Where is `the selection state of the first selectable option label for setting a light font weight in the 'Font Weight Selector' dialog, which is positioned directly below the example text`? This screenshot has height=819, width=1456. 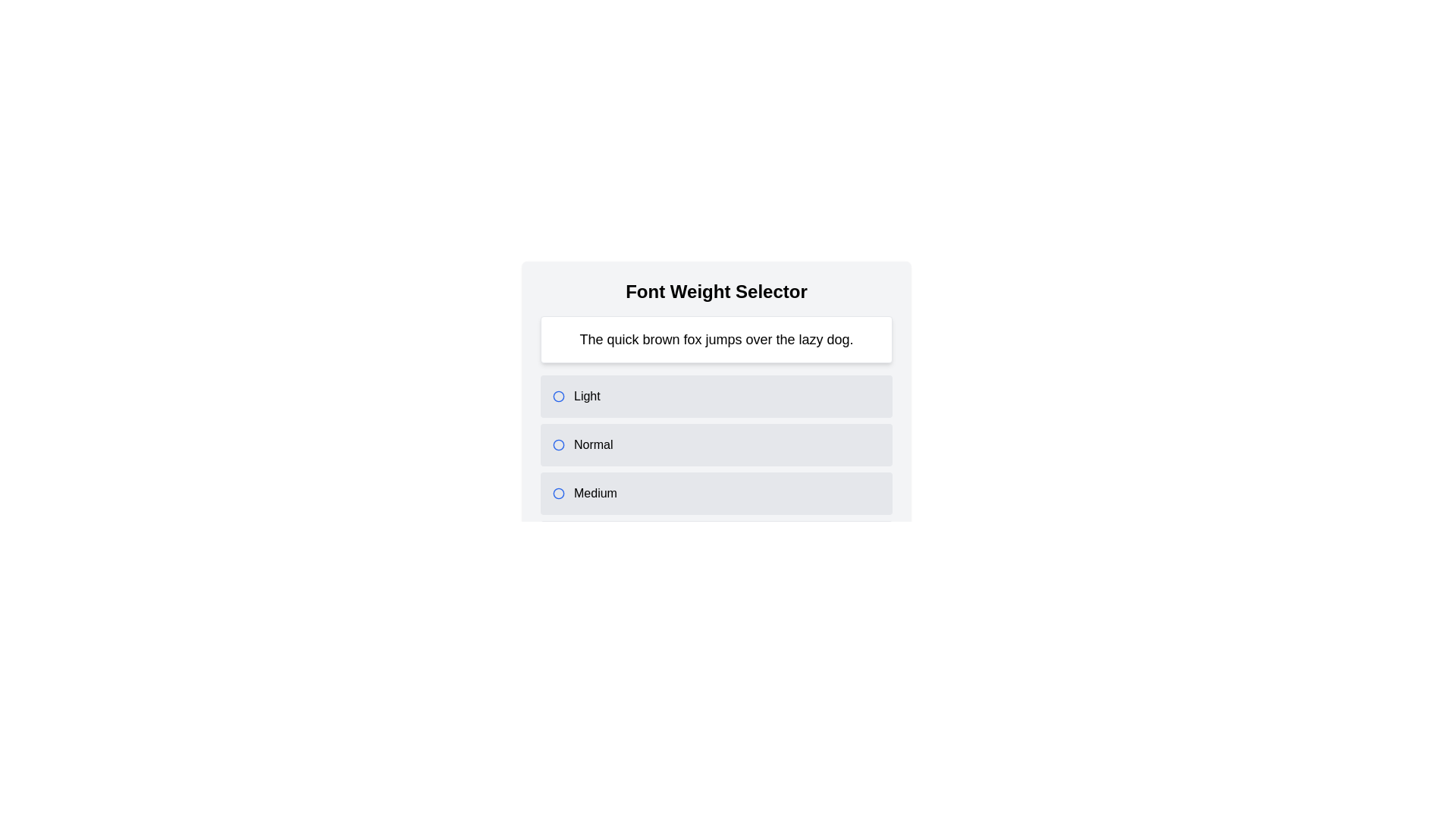
the selection state of the first selectable option label for setting a light font weight in the 'Font Weight Selector' dialog, which is positioned directly below the example text is located at coordinates (586, 396).